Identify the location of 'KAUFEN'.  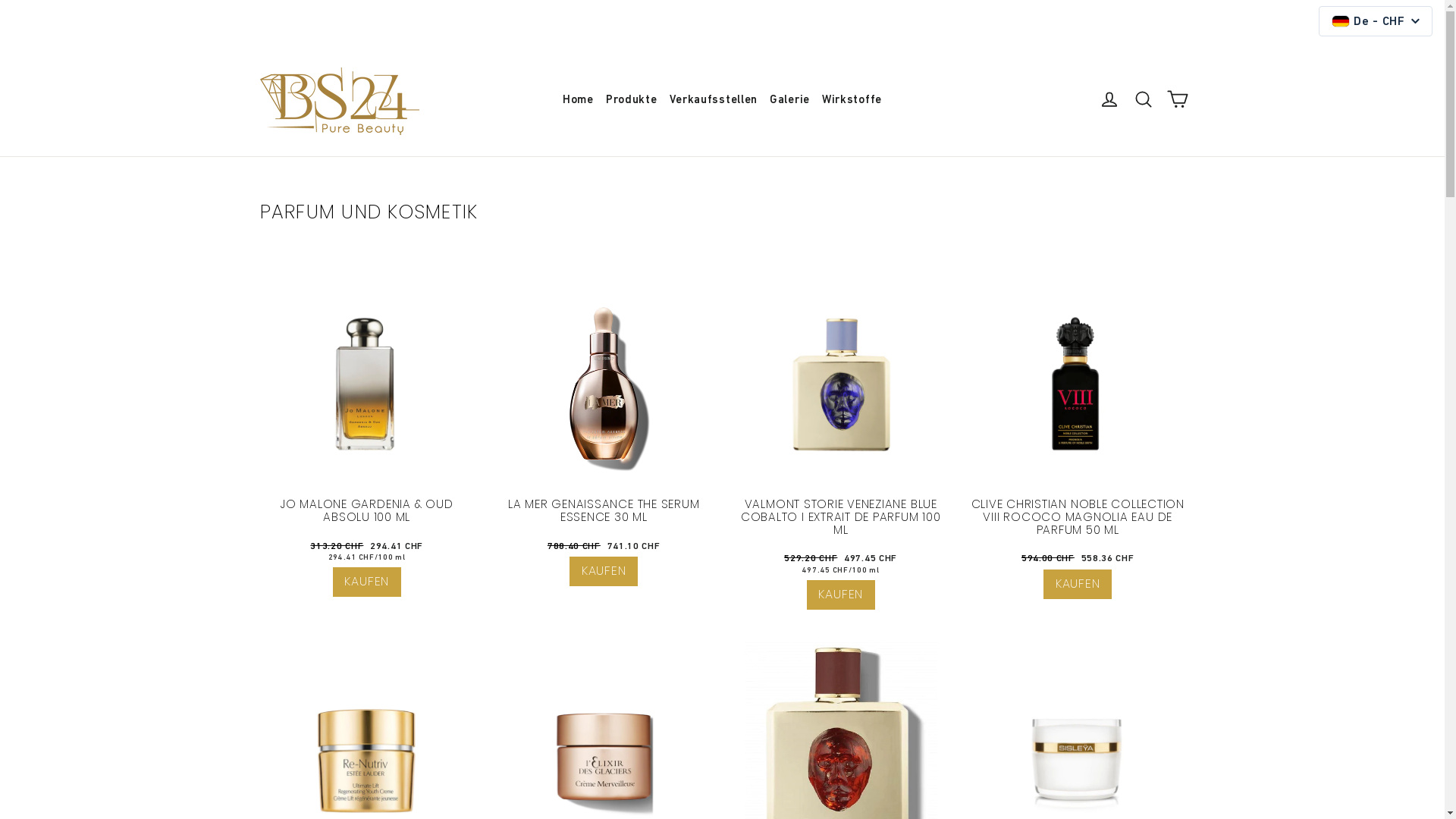
(603, 571).